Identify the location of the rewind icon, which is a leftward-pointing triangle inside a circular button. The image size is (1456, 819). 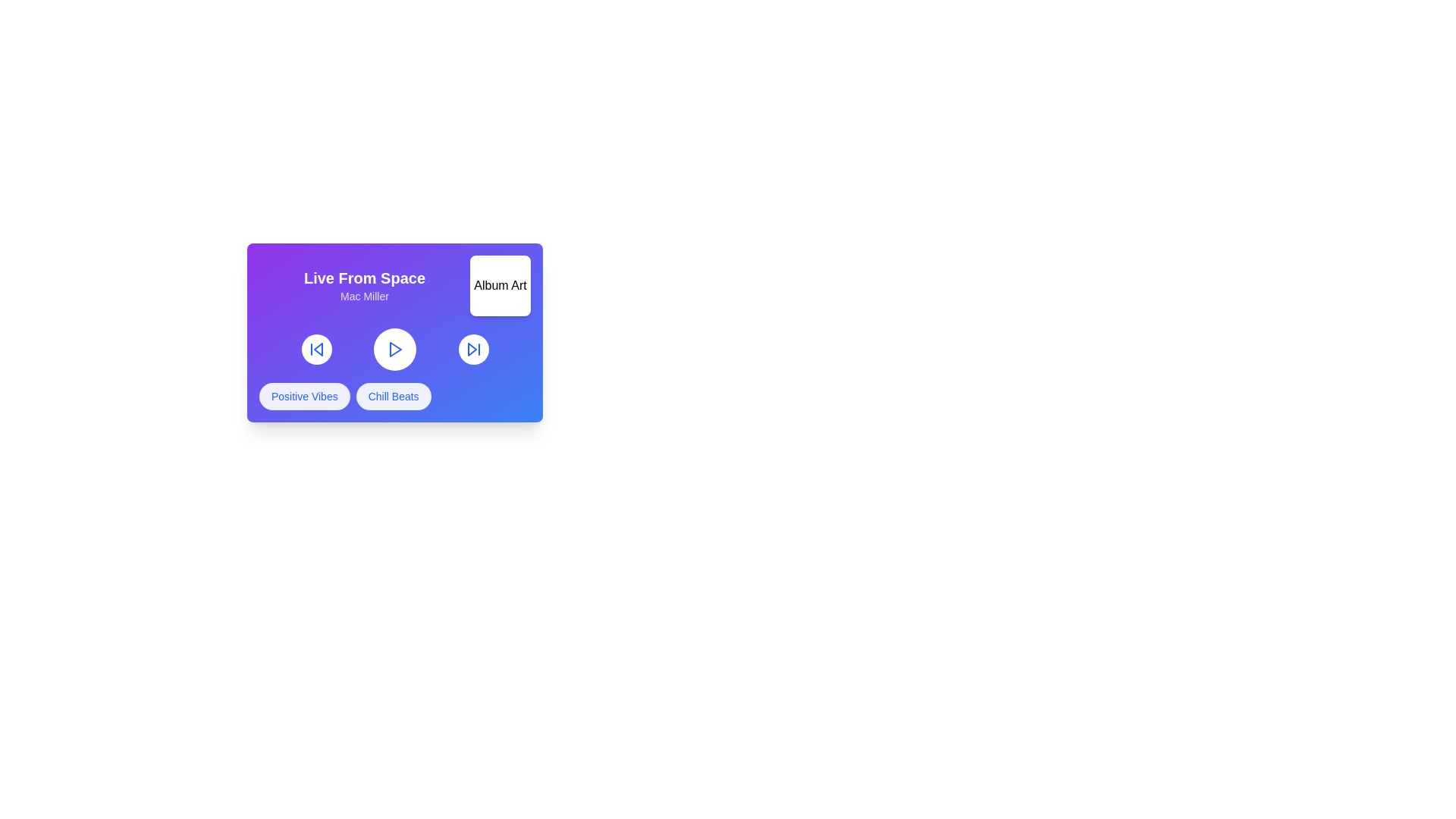
(317, 350).